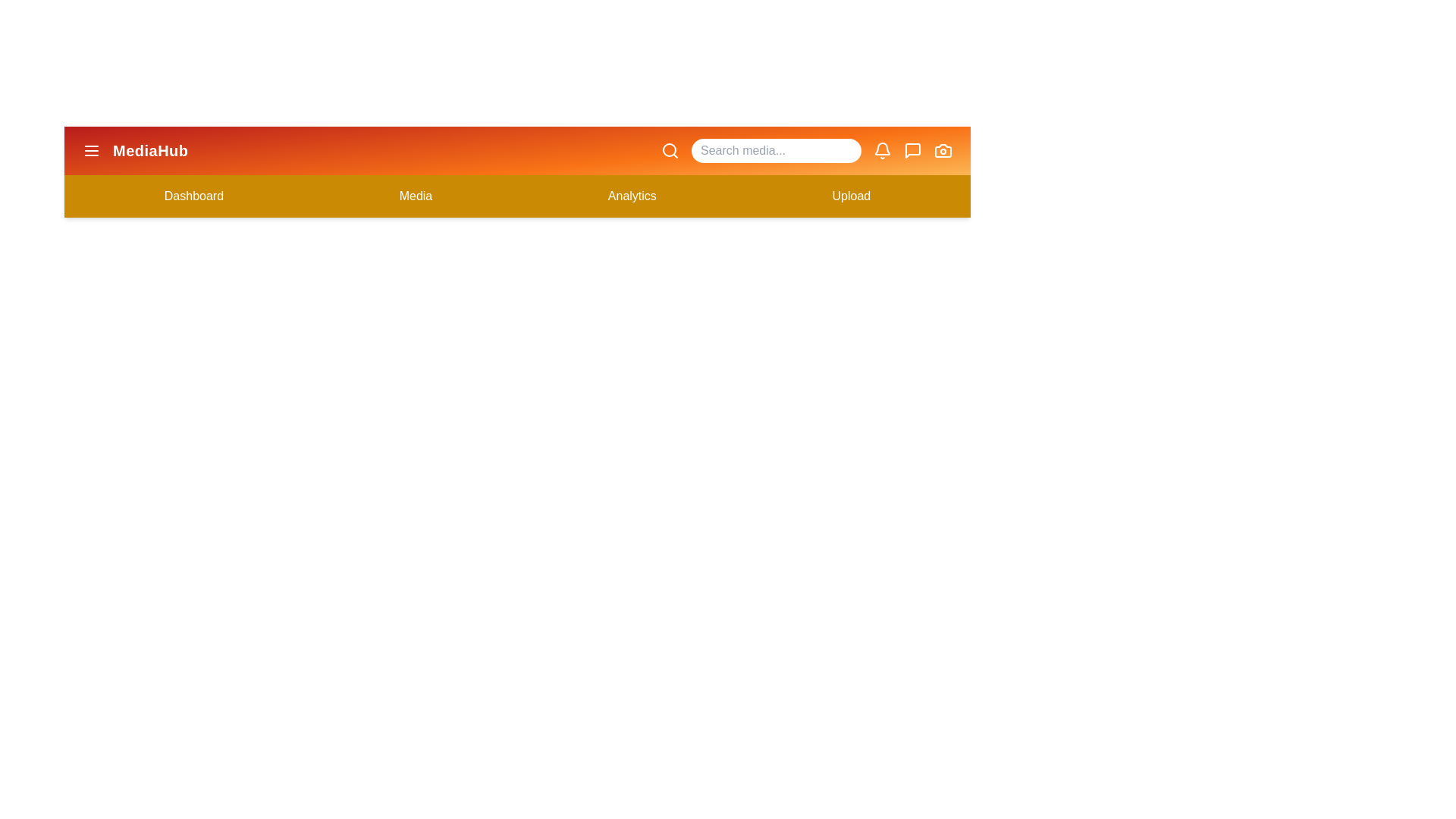 The image size is (1456, 819). I want to click on the notification bell icon to interact with it, so click(882, 151).